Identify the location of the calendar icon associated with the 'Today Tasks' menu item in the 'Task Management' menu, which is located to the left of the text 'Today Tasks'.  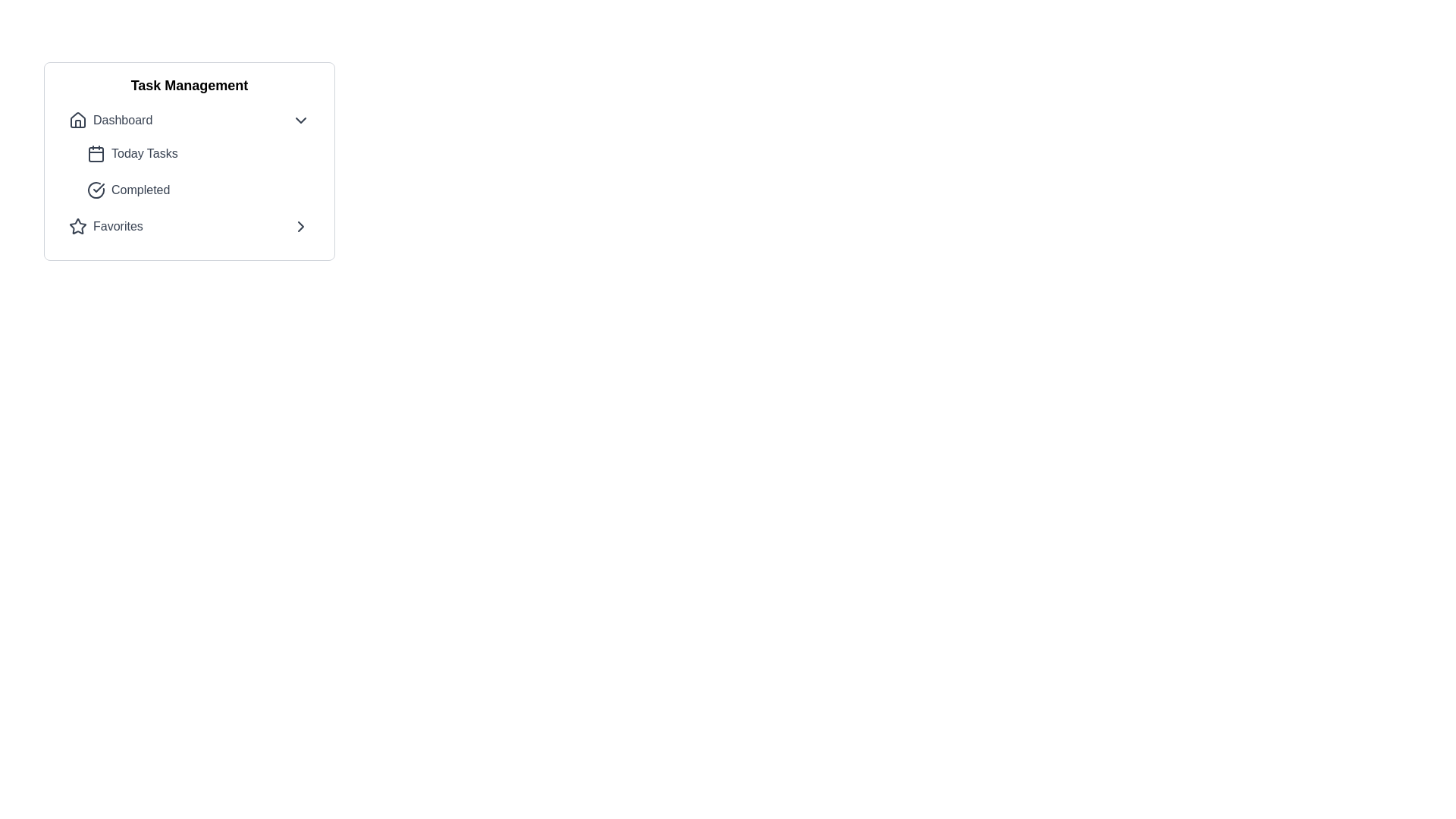
(95, 154).